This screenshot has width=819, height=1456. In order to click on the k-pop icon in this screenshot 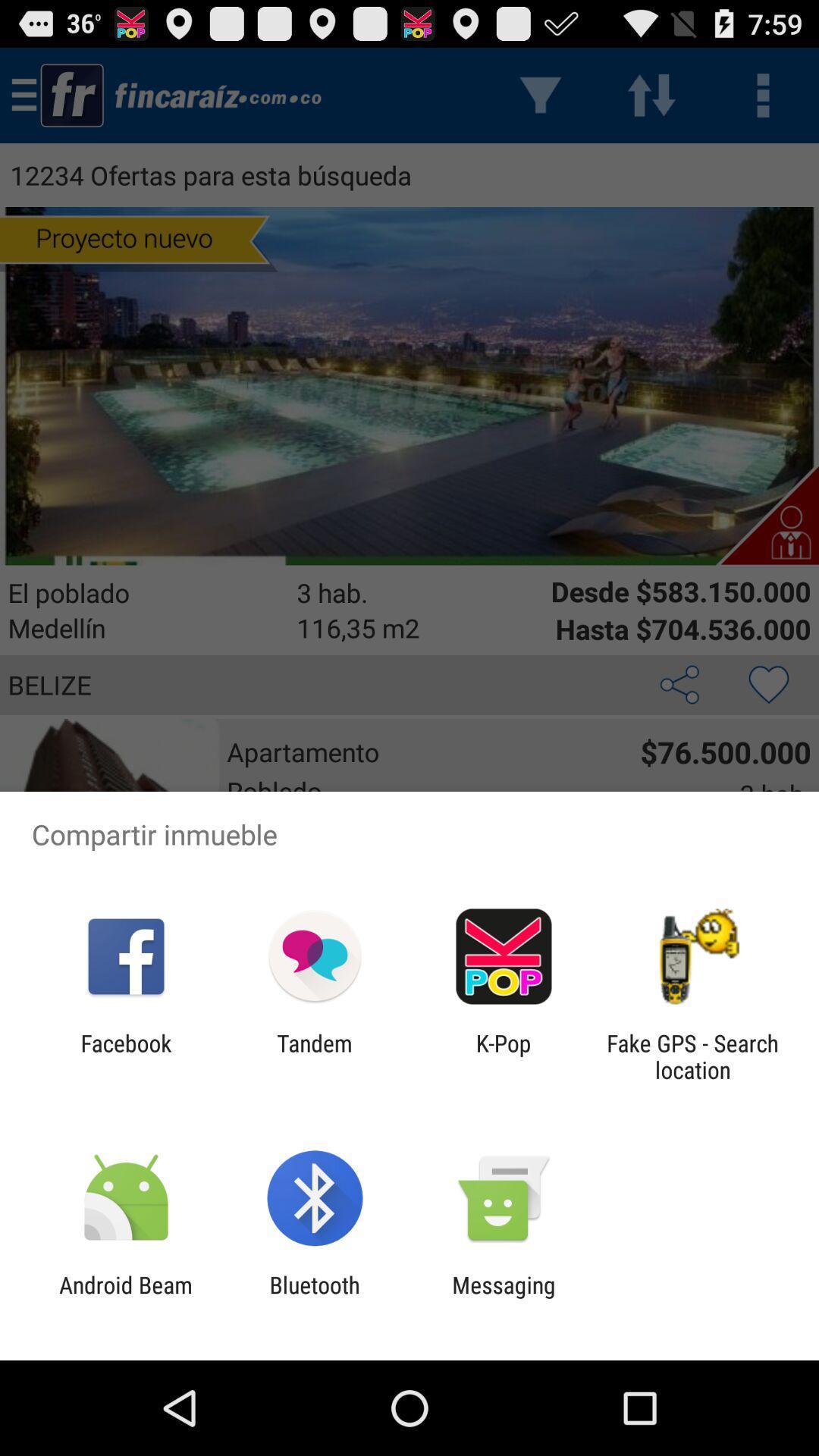, I will do `click(504, 1056)`.